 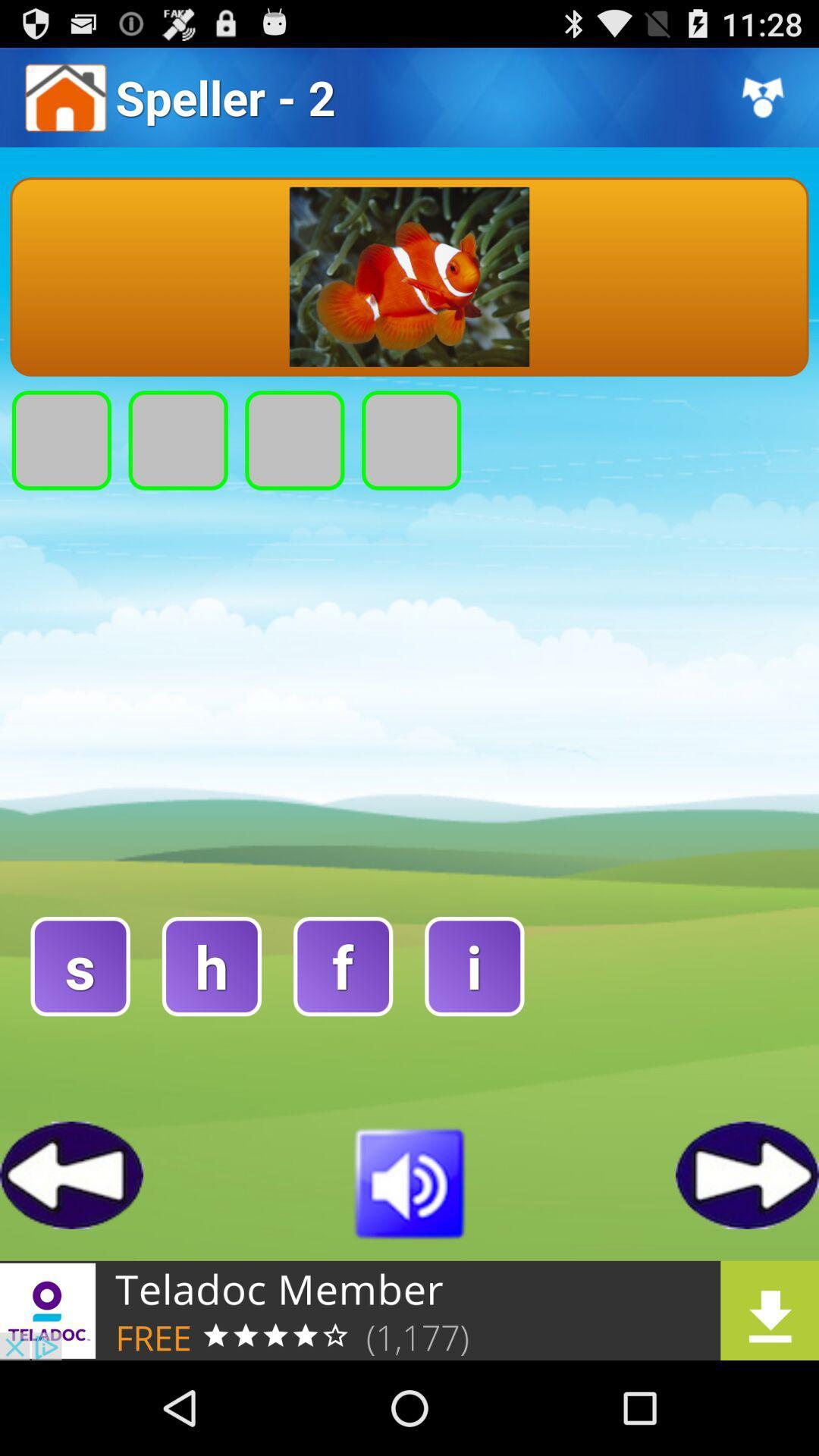 What do you see at coordinates (409, 1310) in the screenshot?
I see `the element is a advertisement for teladoc member` at bounding box center [409, 1310].